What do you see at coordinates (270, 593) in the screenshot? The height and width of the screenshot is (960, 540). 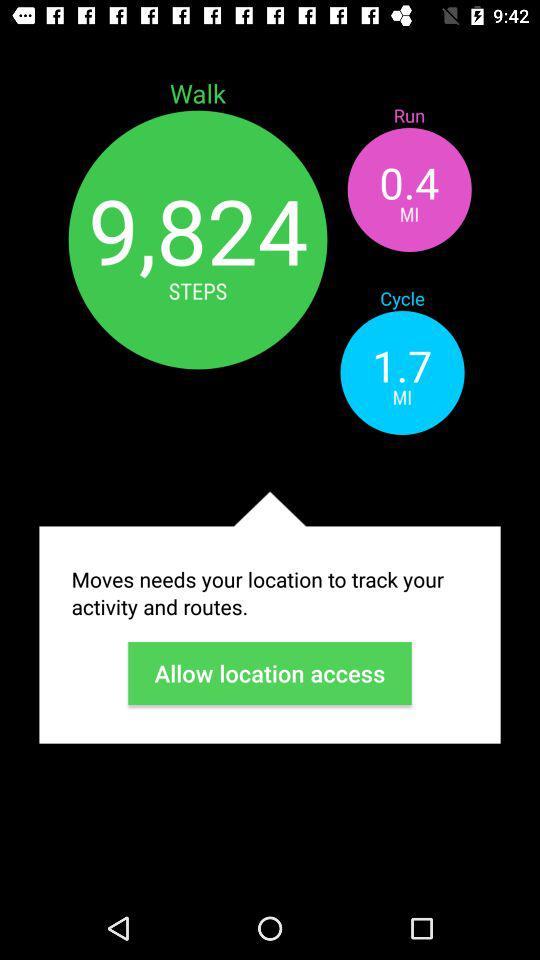 I see `icon above allow location access` at bounding box center [270, 593].